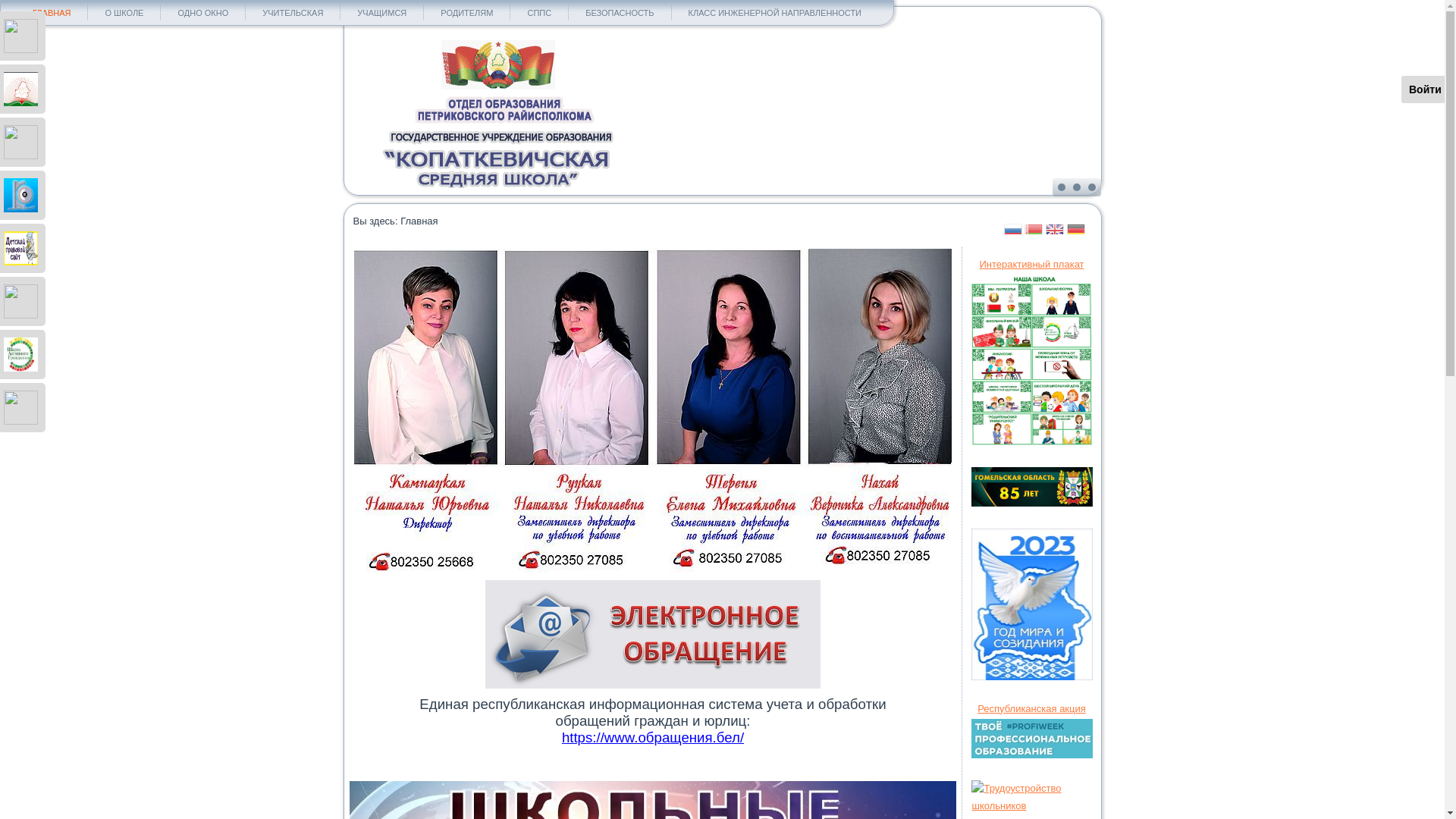 The image size is (1456, 819). Describe the element at coordinates (1012, 227) in the screenshot. I see `'Russian'` at that location.